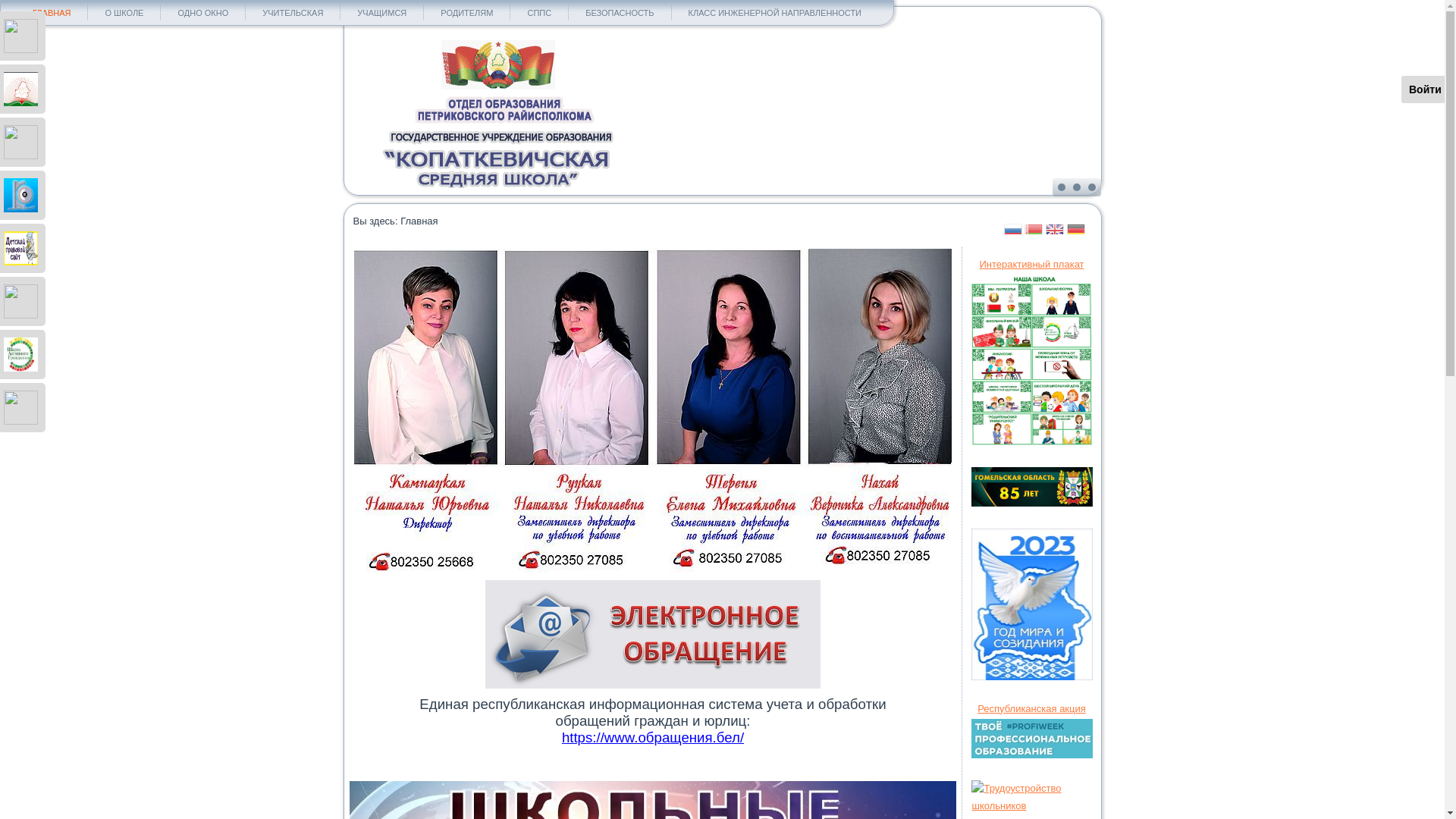 The image size is (1456, 819). Describe the element at coordinates (1012, 227) in the screenshot. I see `'Russian'` at that location.